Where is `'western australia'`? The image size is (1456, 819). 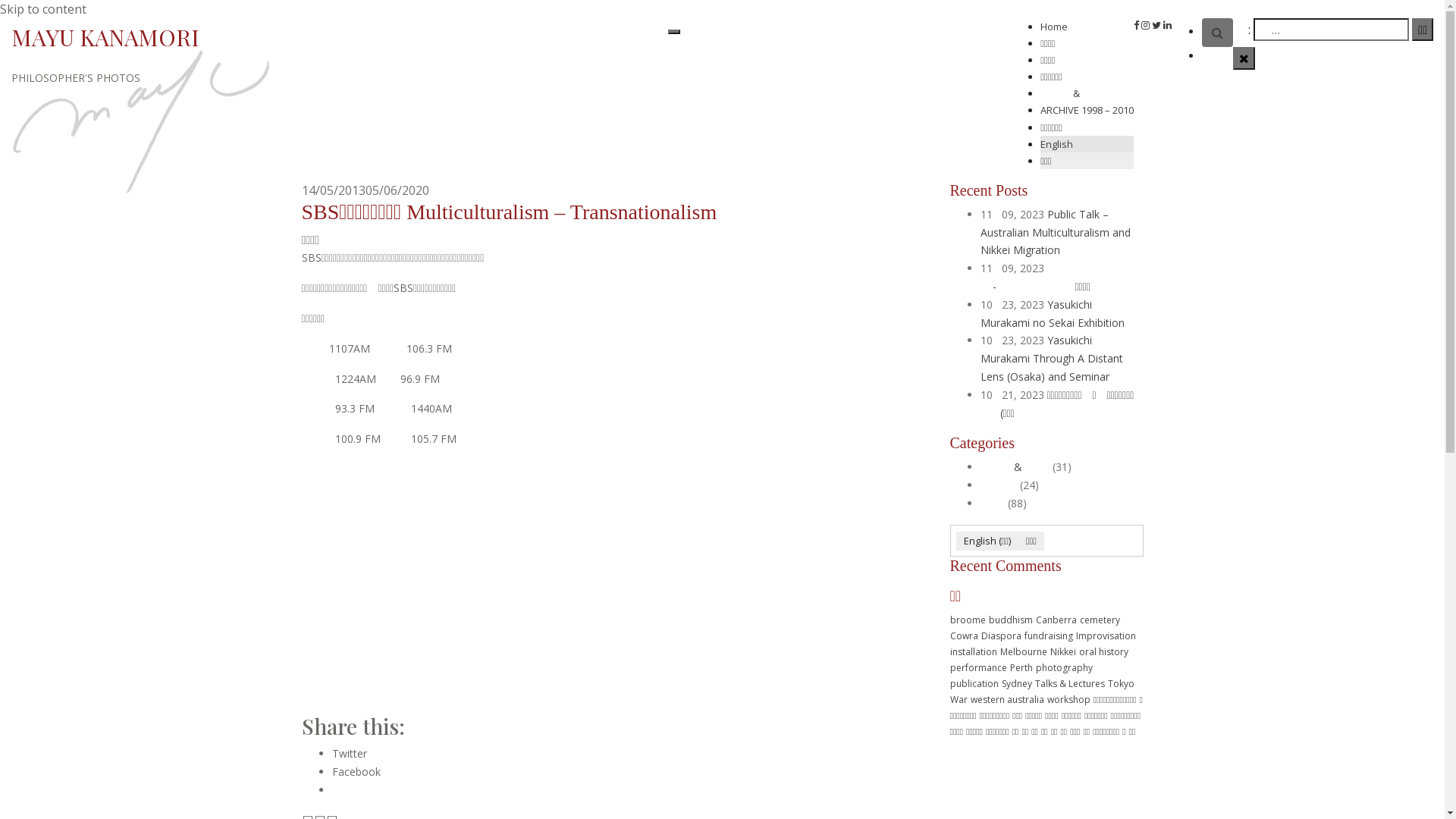 'western australia' is located at coordinates (1007, 699).